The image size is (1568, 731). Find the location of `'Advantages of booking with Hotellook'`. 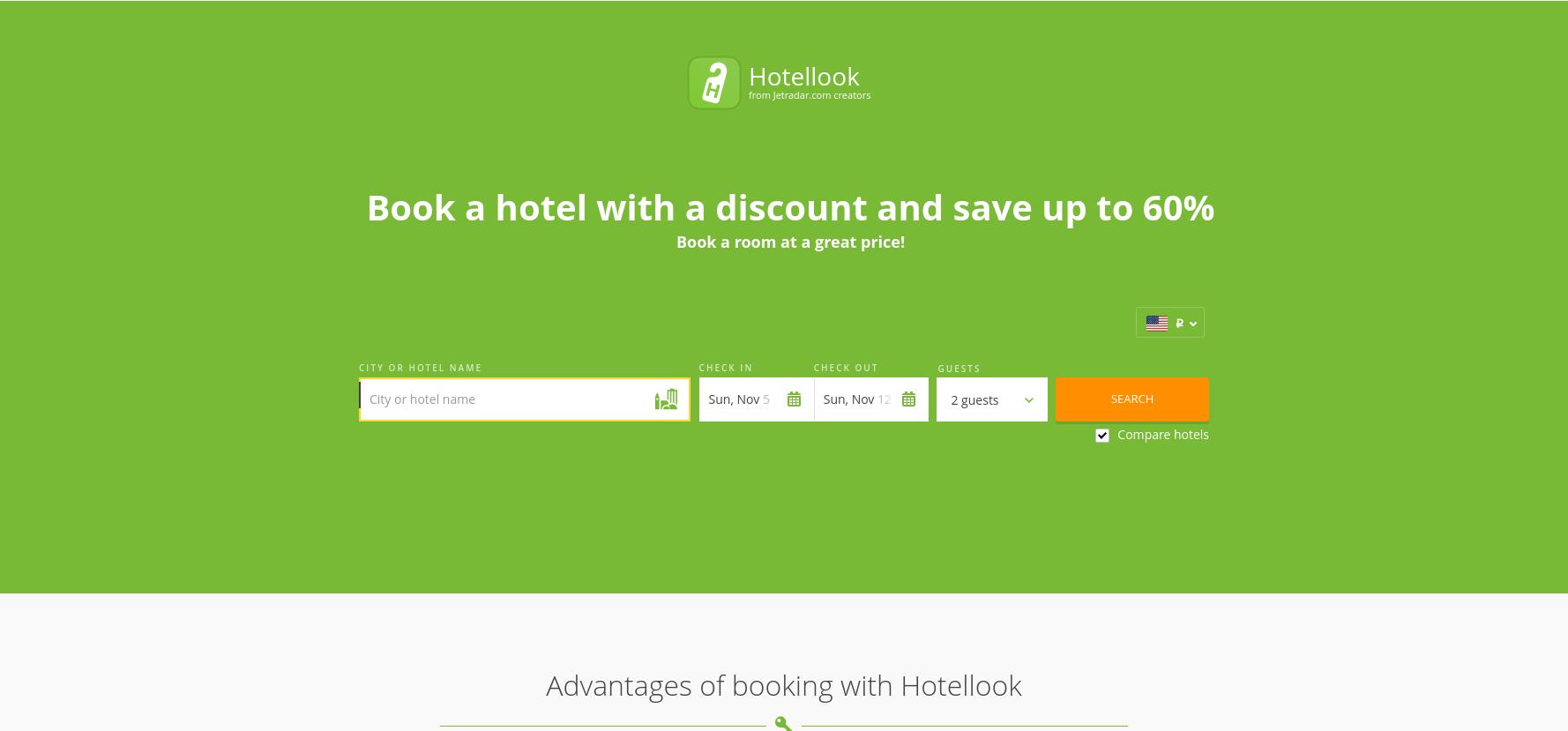

'Advantages of booking with Hotellook' is located at coordinates (782, 253).